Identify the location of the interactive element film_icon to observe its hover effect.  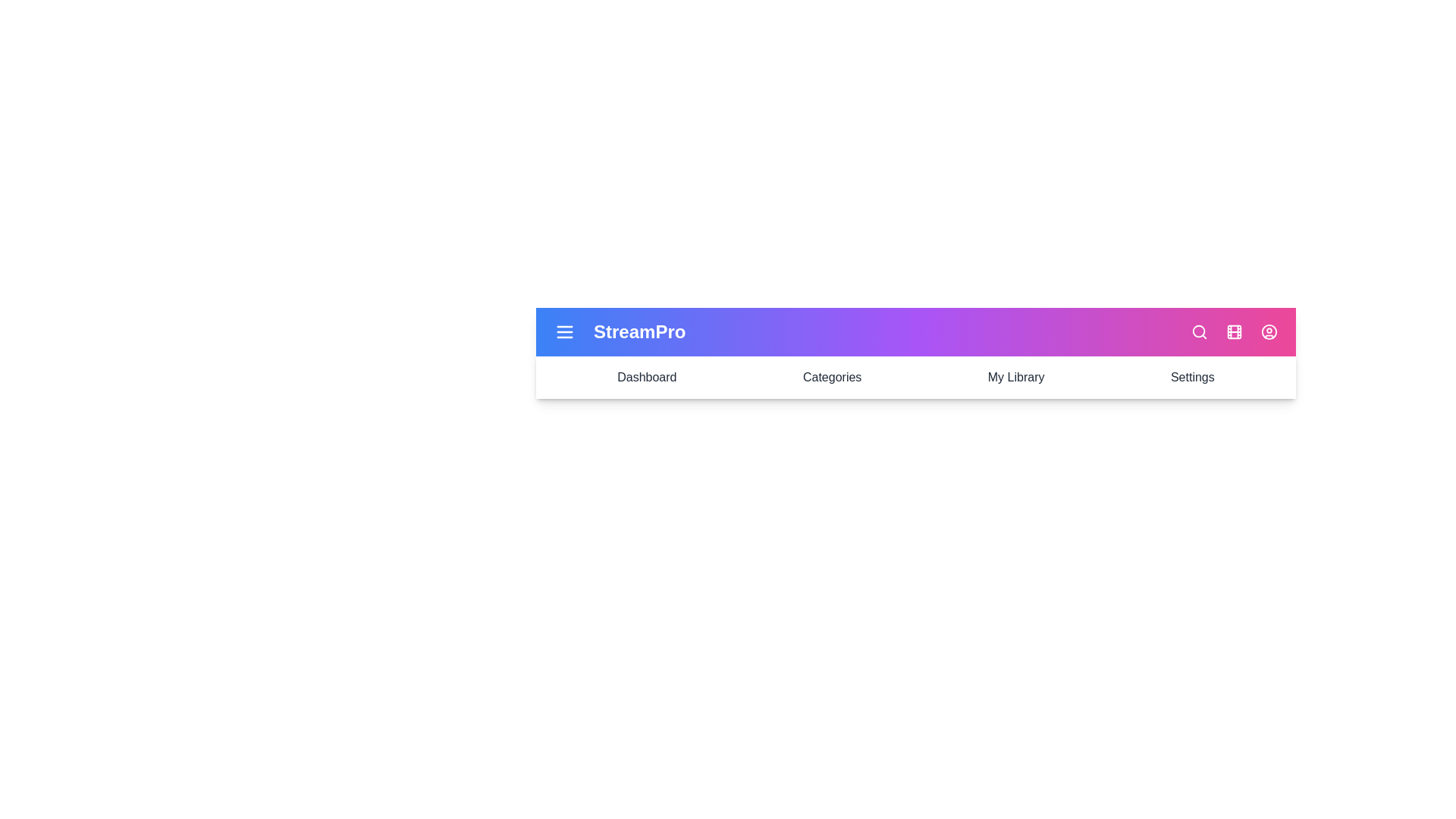
(1234, 331).